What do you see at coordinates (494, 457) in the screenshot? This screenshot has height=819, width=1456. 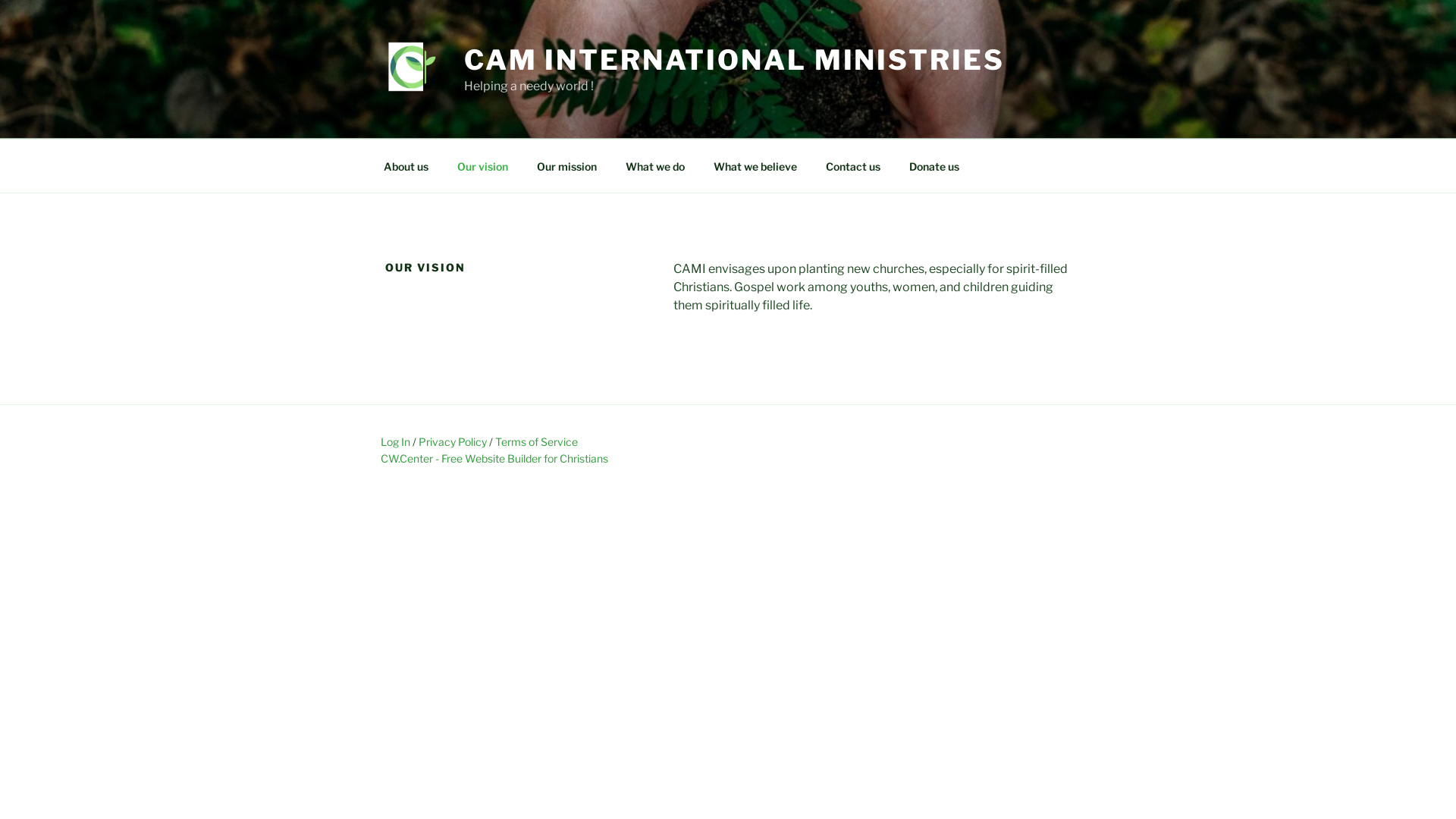 I see `'CW.Center - Free Website Builder for Christians'` at bounding box center [494, 457].